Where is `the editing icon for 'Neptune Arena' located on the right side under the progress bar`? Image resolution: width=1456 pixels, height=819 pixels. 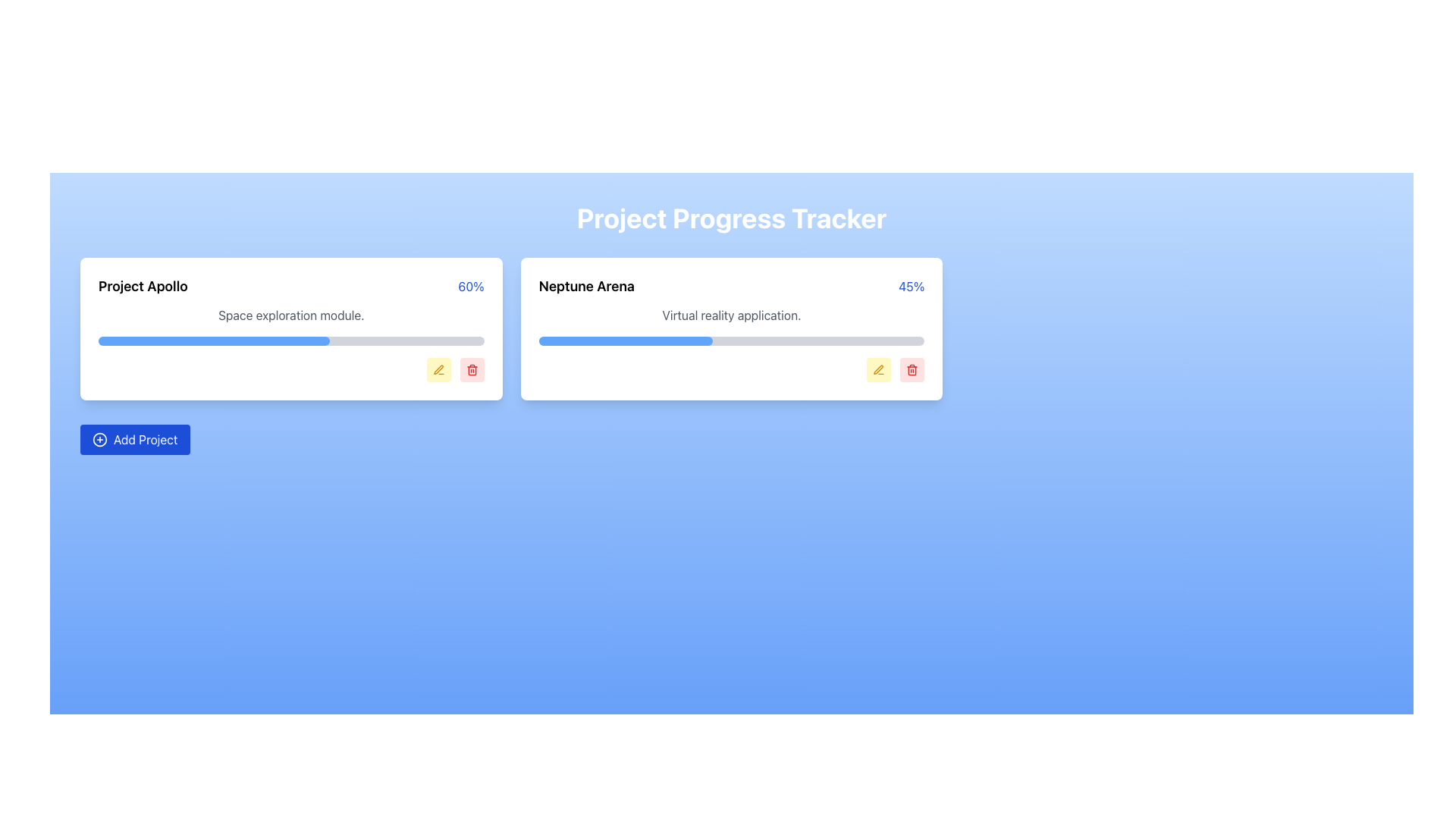
the editing icon for 'Neptune Arena' located on the right side under the progress bar is located at coordinates (879, 370).